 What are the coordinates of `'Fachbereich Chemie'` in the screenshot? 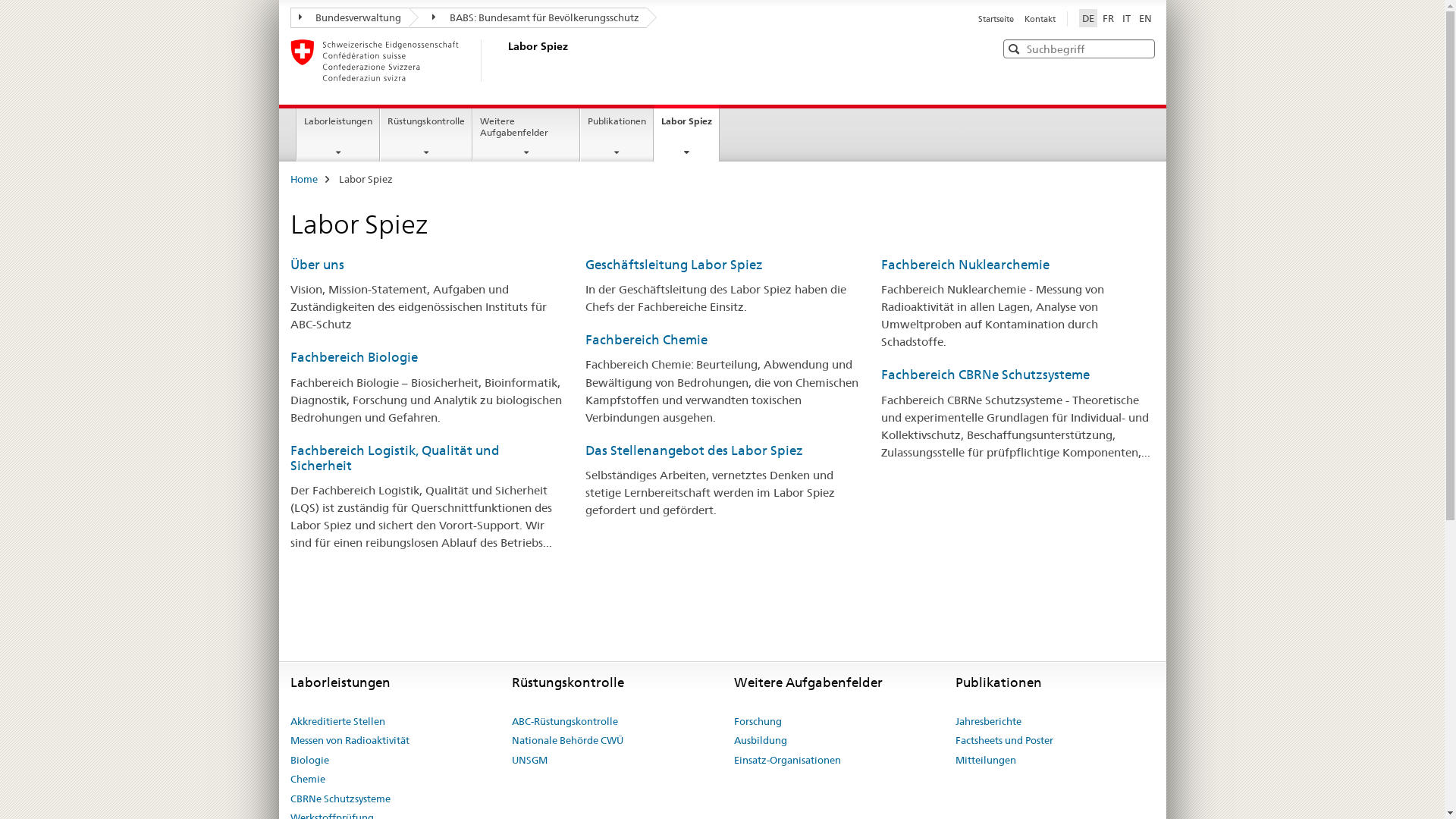 It's located at (646, 338).